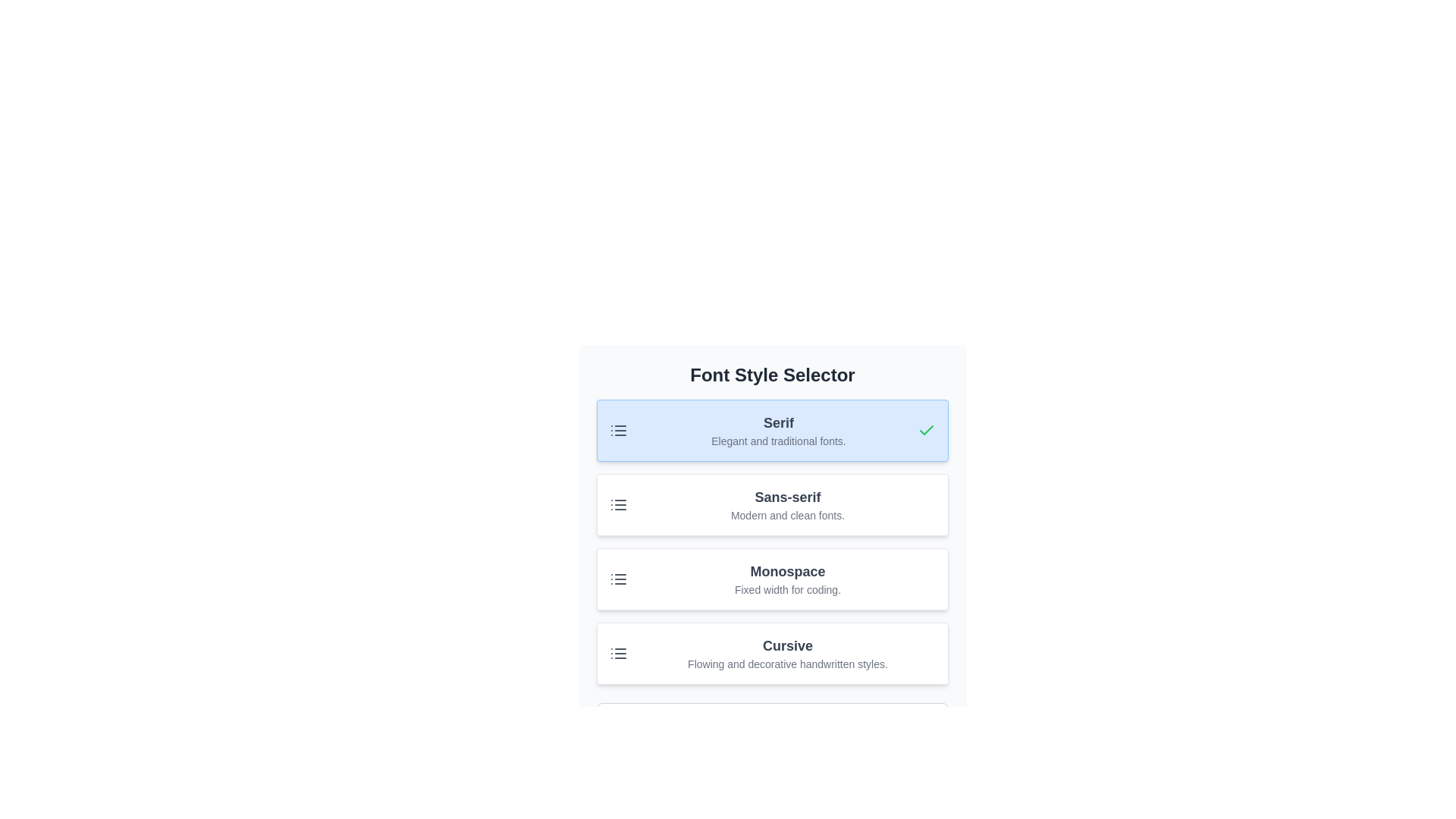 The height and width of the screenshot is (819, 1456). Describe the element at coordinates (779, 441) in the screenshot. I see `the Text Label that provides a brief description of the 'Serif' font style, located under the 'Font Style Selector' heading` at that location.